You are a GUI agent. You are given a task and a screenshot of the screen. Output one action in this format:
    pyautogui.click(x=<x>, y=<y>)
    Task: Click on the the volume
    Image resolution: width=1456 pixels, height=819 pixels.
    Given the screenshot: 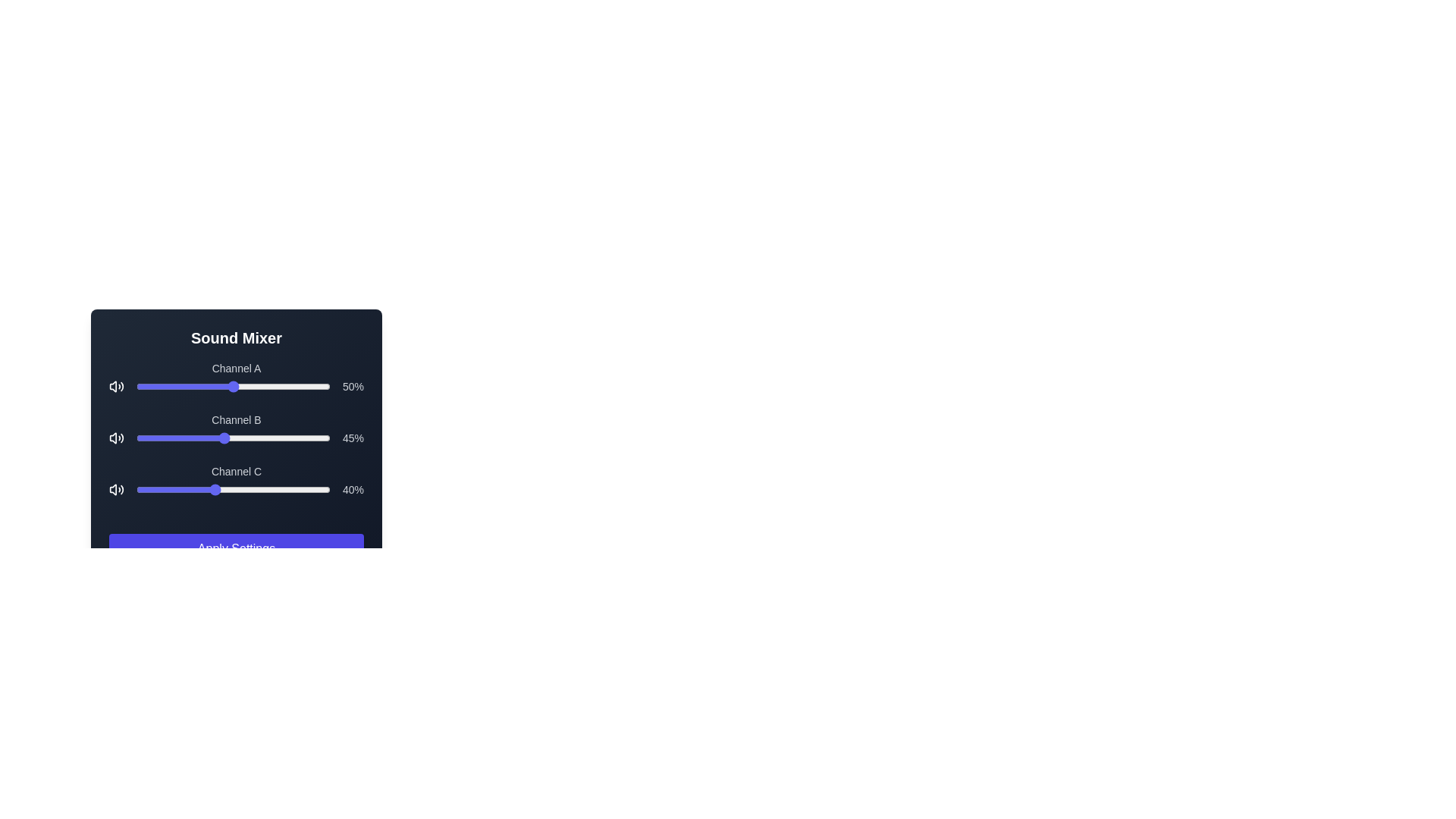 What is the action you would take?
    pyautogui.click(x=215, y=385)
    